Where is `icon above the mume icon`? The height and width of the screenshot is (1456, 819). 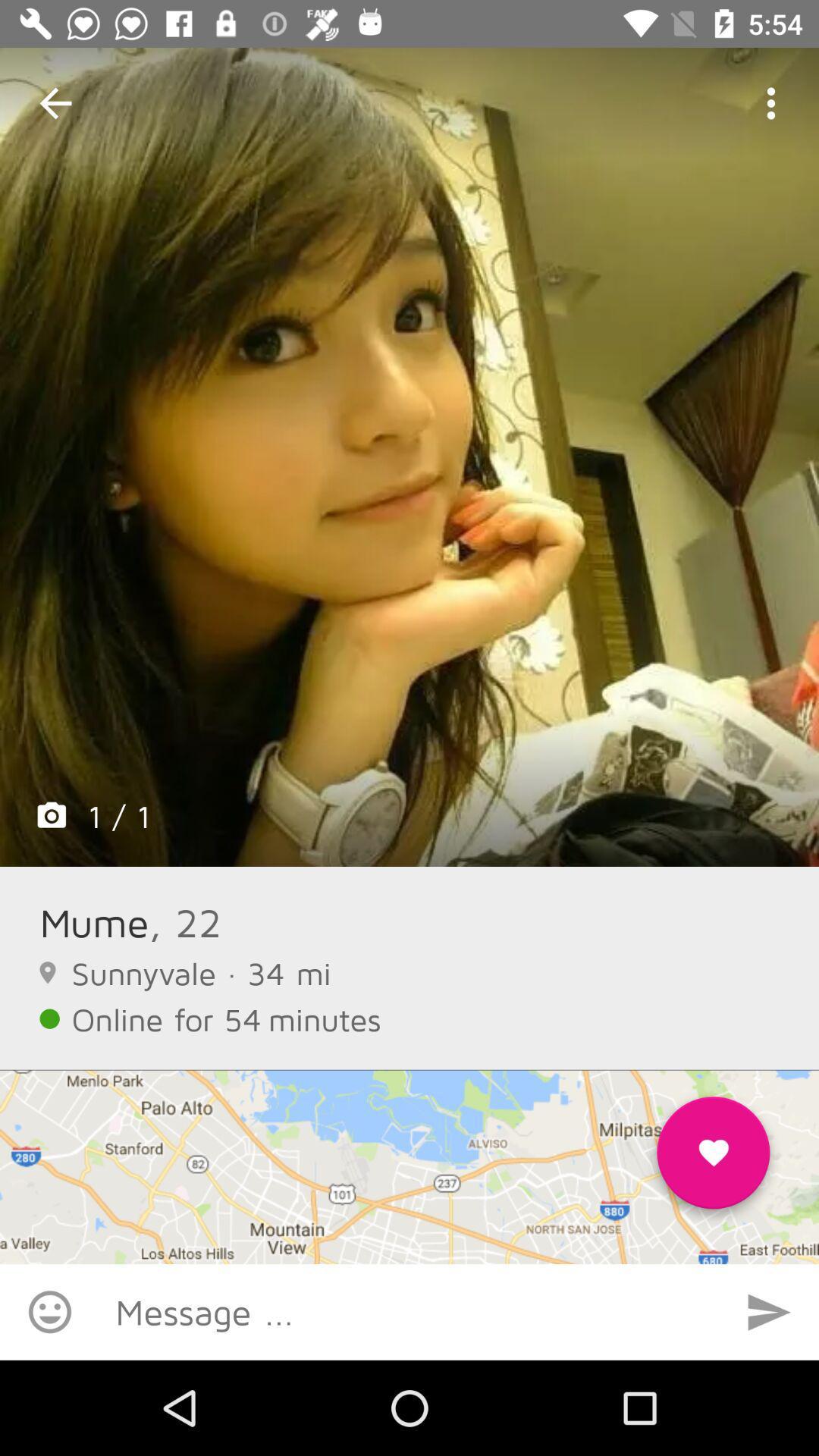
icon above the mume icon is located at coordinates (409, 457).